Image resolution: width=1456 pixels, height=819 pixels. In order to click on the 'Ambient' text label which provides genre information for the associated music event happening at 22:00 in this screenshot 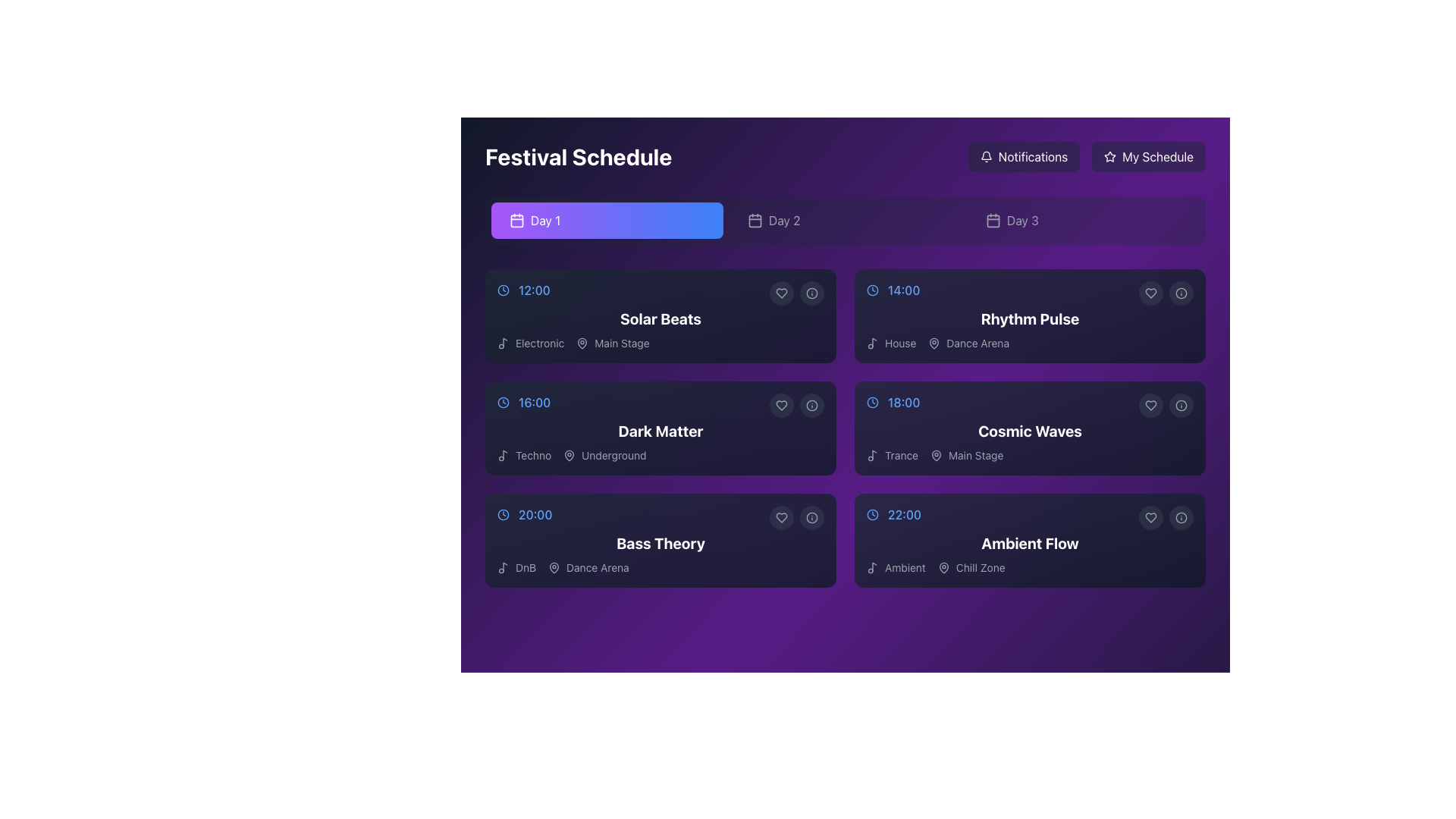, I will do `click(896, 567)`.